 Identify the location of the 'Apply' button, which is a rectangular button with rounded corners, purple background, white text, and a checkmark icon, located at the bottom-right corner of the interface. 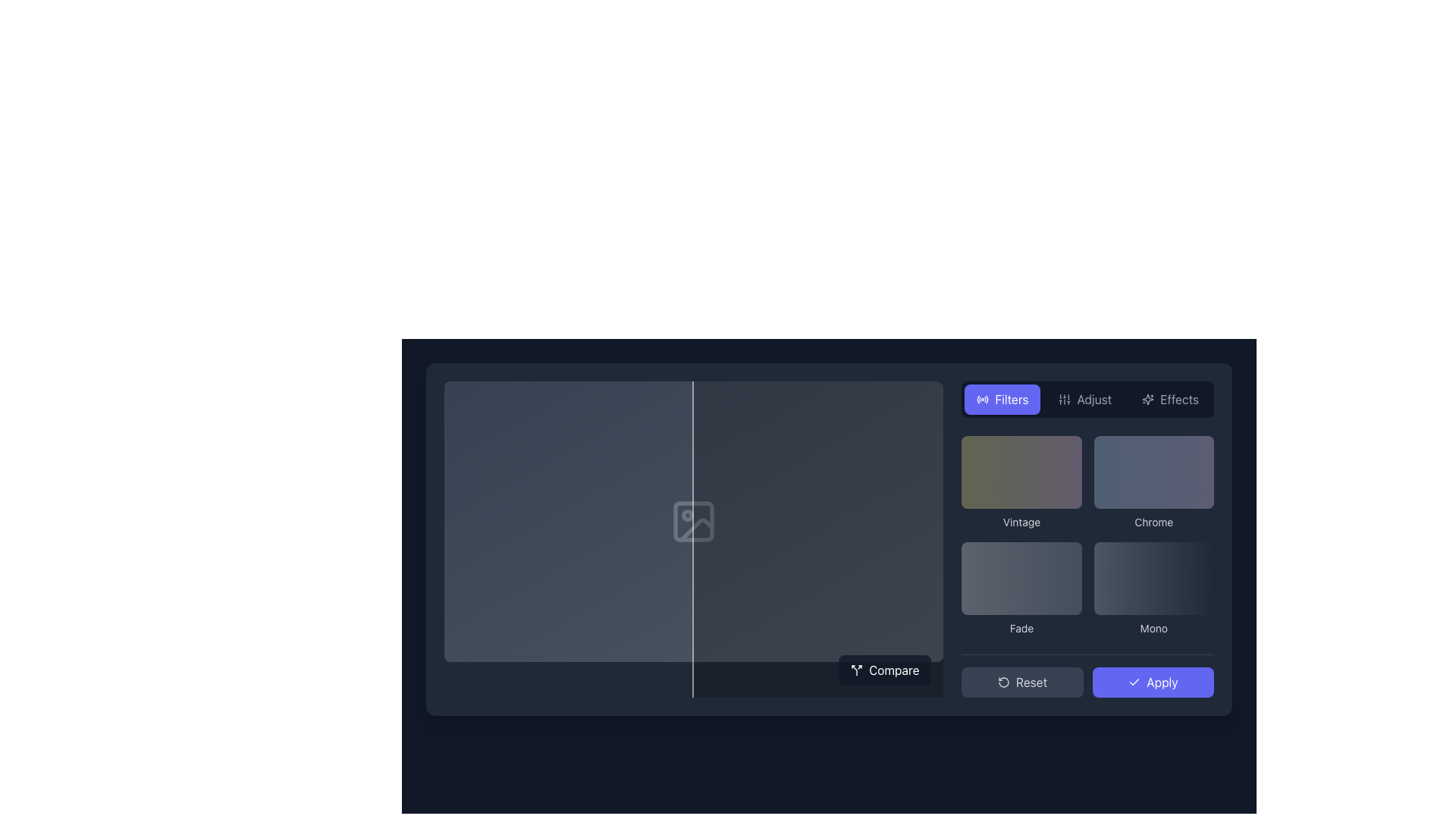
(1153, 681).